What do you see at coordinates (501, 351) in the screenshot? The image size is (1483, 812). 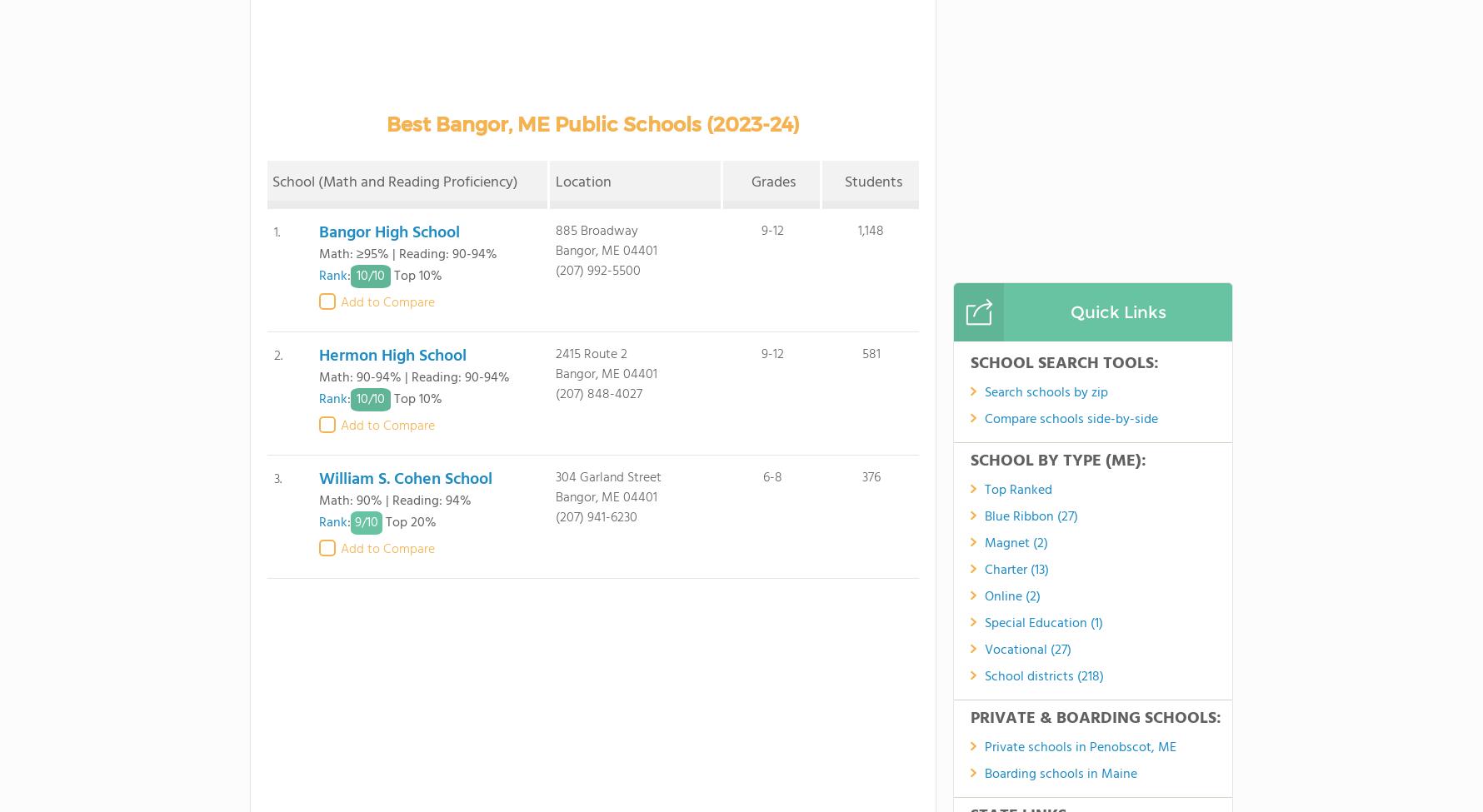 I see `'Explore the world of scholarships designed specifically for K-12 students in this comprehensive guide. Discover opportunities to ease the financial burden of private education and pave the way for academic success.'` at bounding box center [501, 351].